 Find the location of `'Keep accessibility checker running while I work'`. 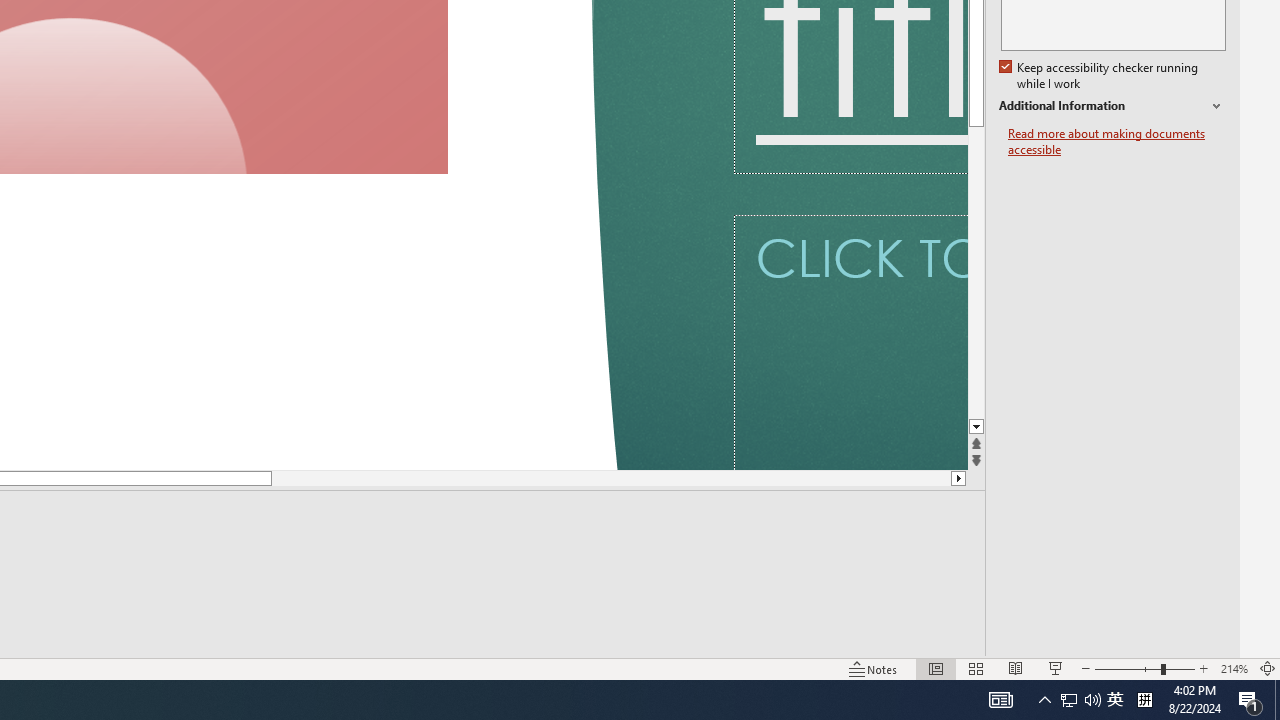

'Keep accessibility checker running while I work' is located at coordinates (1099, 75).